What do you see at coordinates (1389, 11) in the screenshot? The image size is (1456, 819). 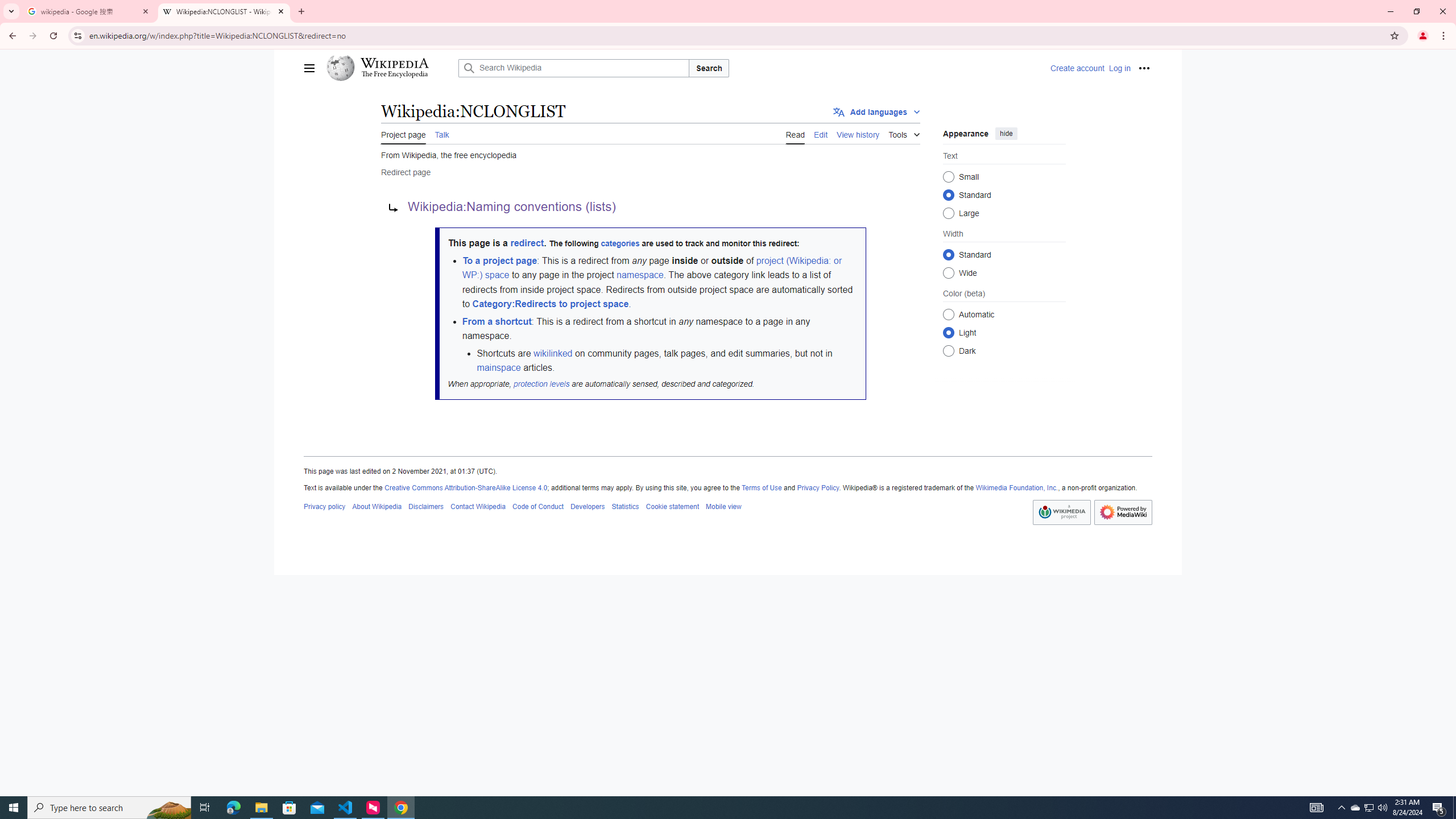 I see `'Minimize'` at bounding box center [1389, 11].